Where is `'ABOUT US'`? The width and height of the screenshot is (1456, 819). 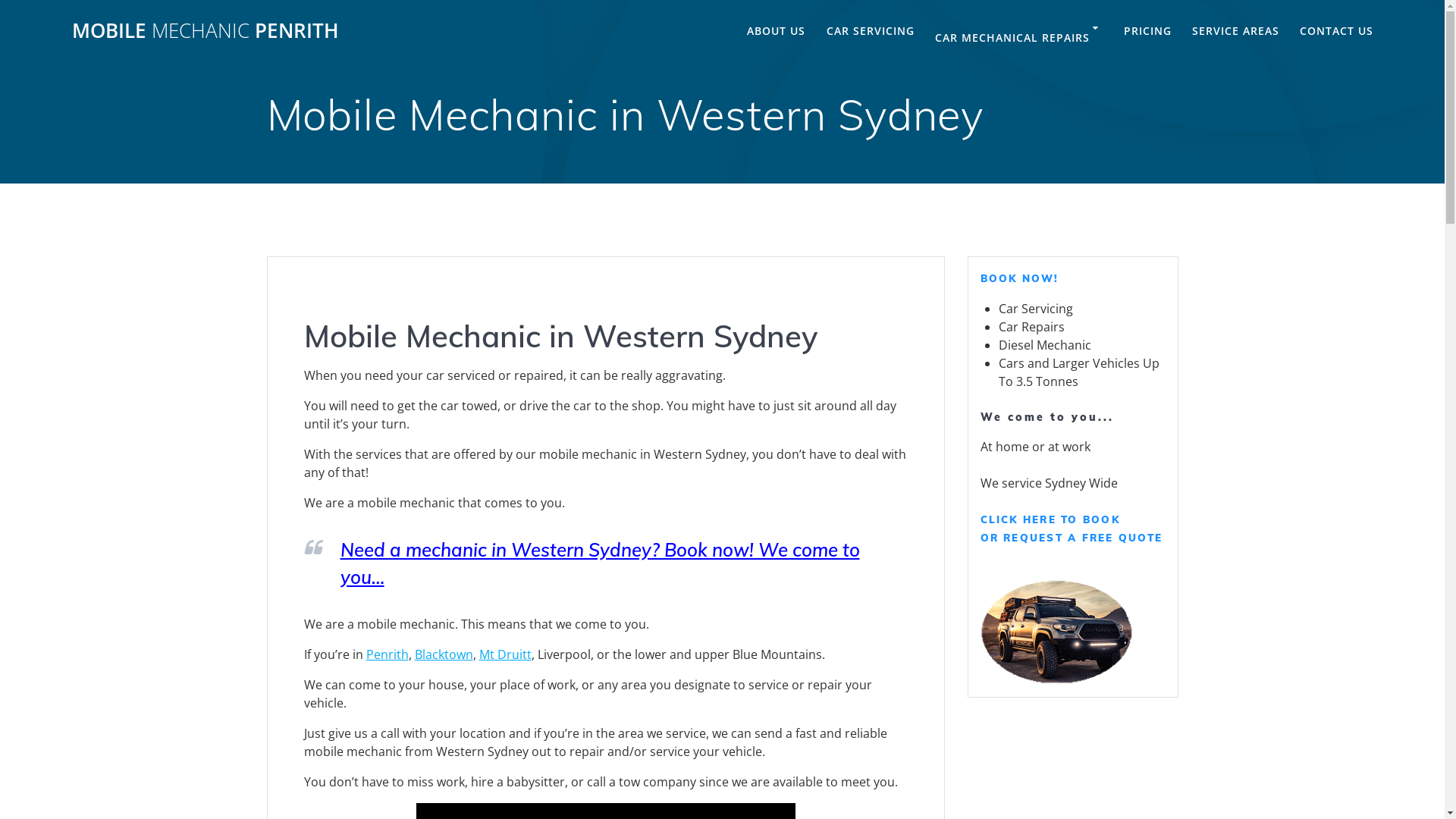 'ABOUT US' is located at coordinates (776, 31).